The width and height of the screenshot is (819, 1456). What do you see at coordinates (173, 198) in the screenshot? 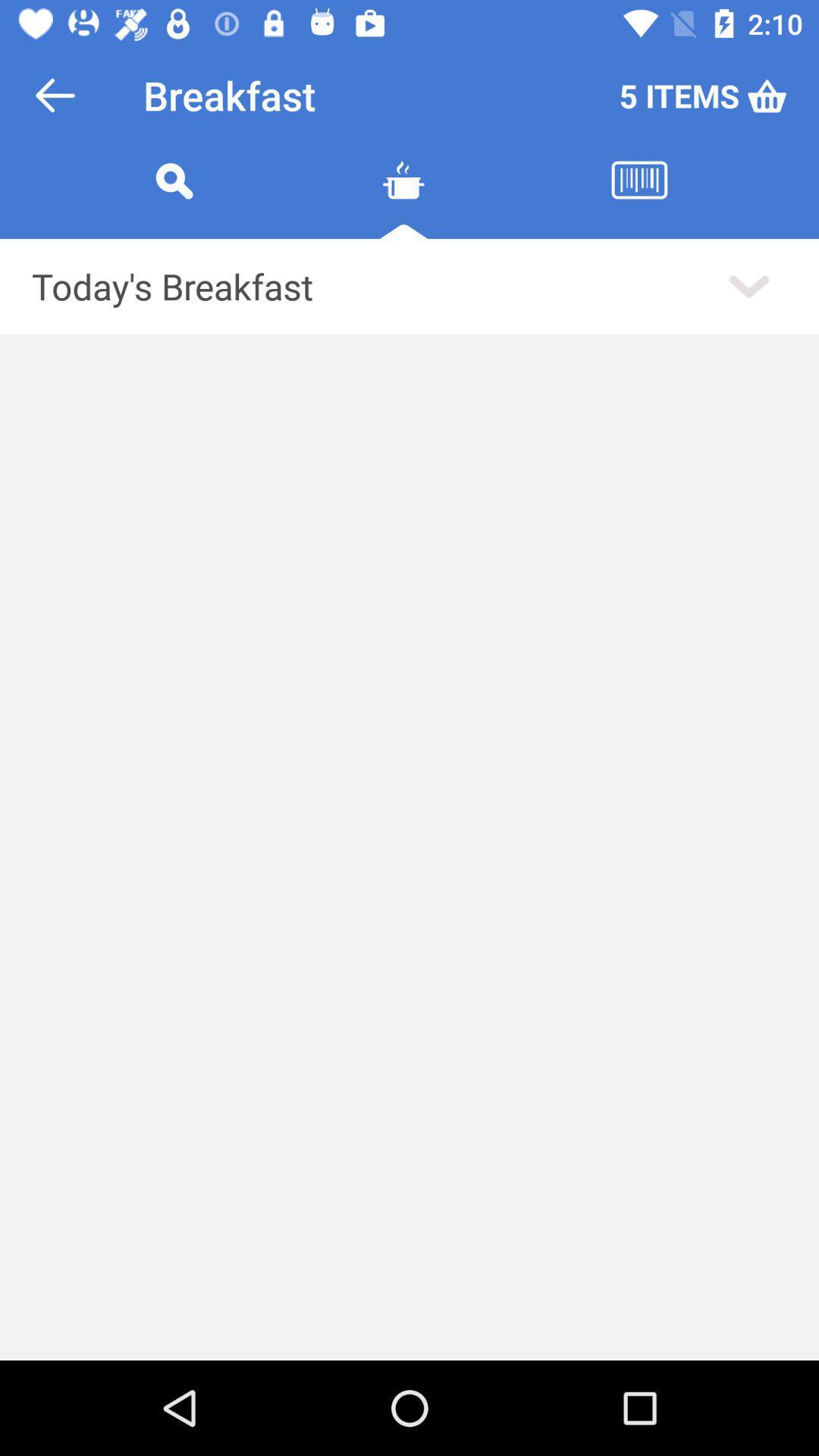
I see `the search icon` at bounding box center [173, 198].